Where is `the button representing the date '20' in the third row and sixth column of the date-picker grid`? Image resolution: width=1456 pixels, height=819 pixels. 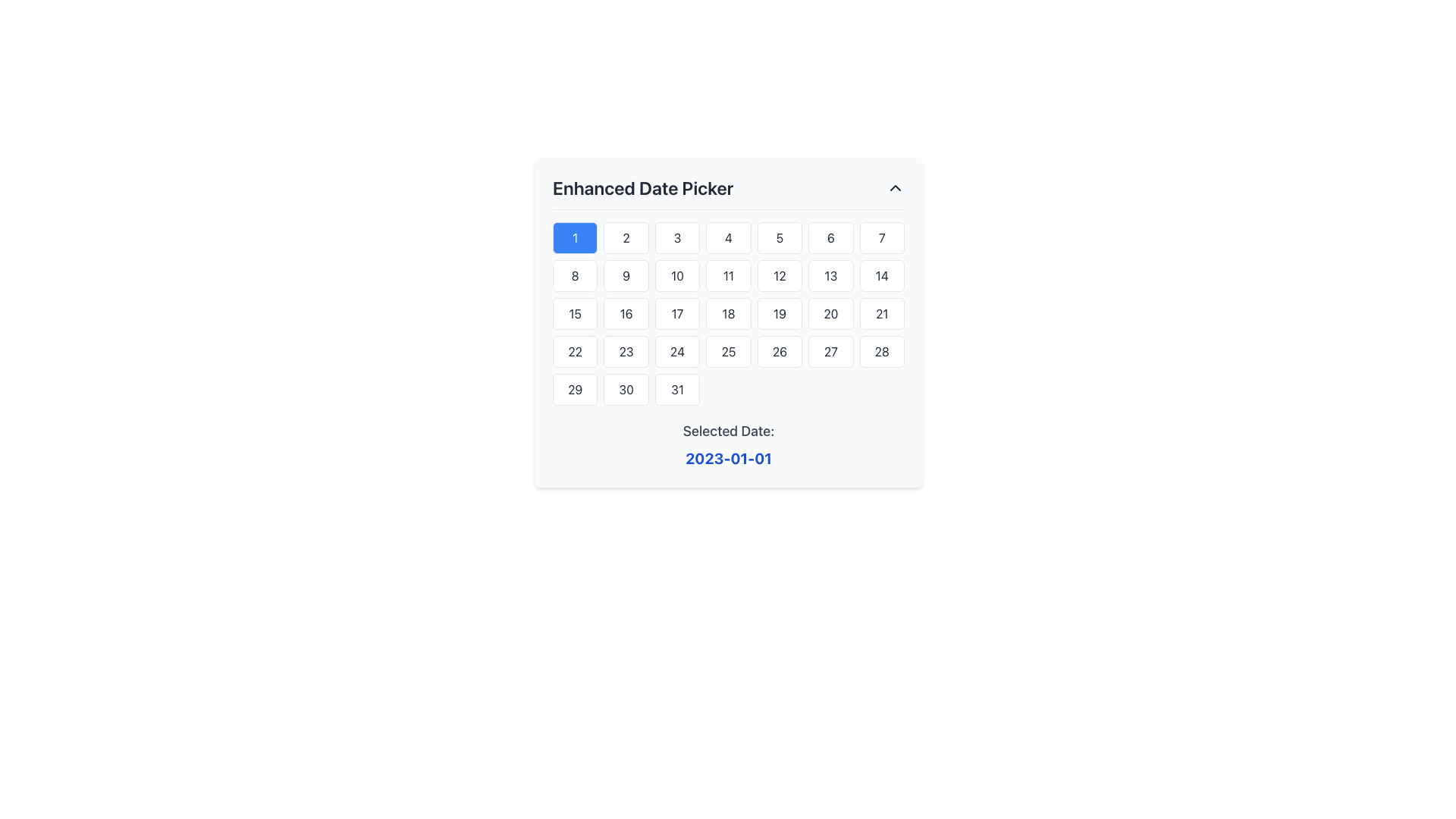
the button representing the date '20' in the third row and sixth column of the date-picker grid is located at coordinates (830, 312).